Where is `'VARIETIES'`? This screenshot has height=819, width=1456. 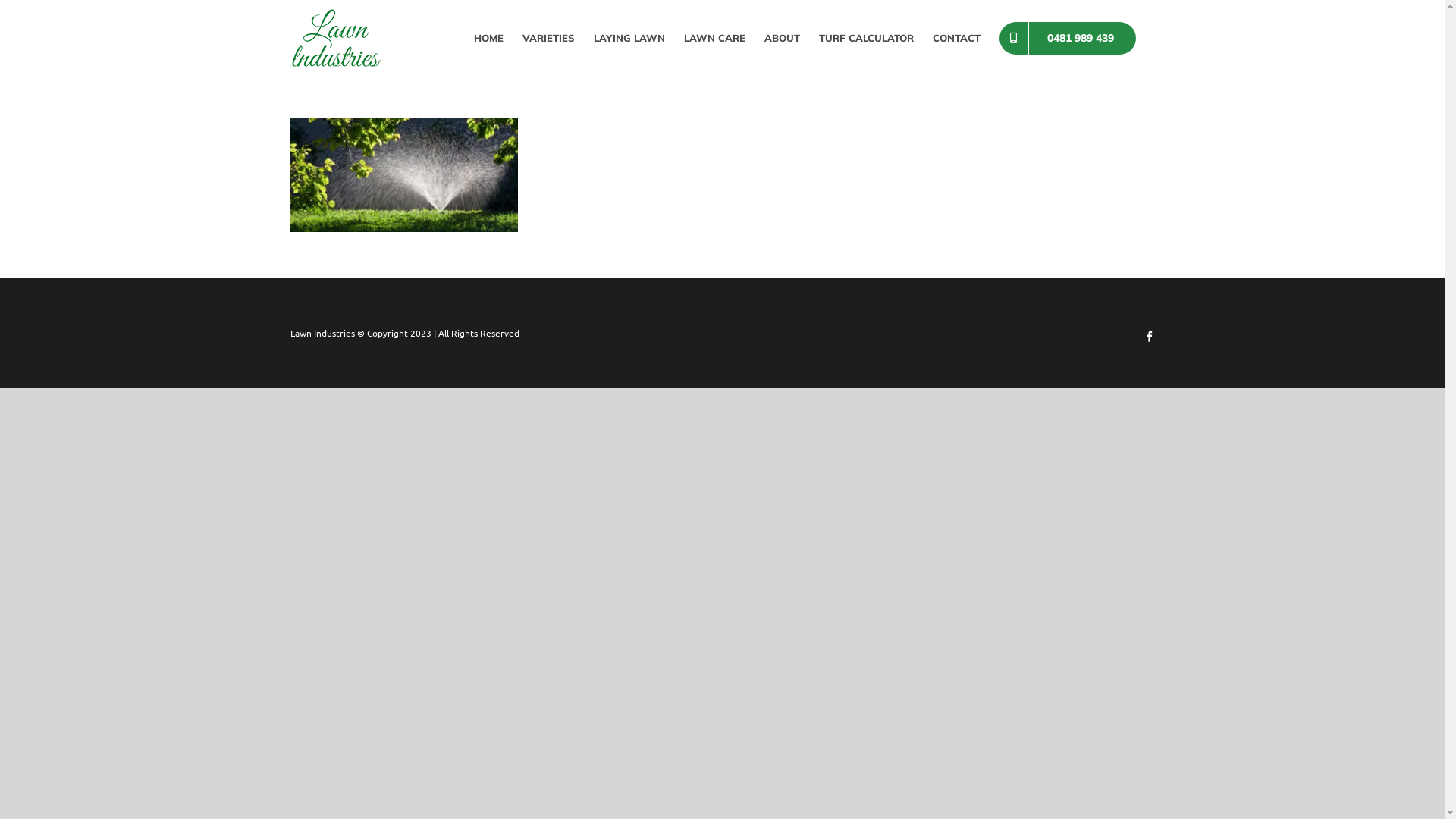
'VARIETIES' is located at coordinates (547, 37).